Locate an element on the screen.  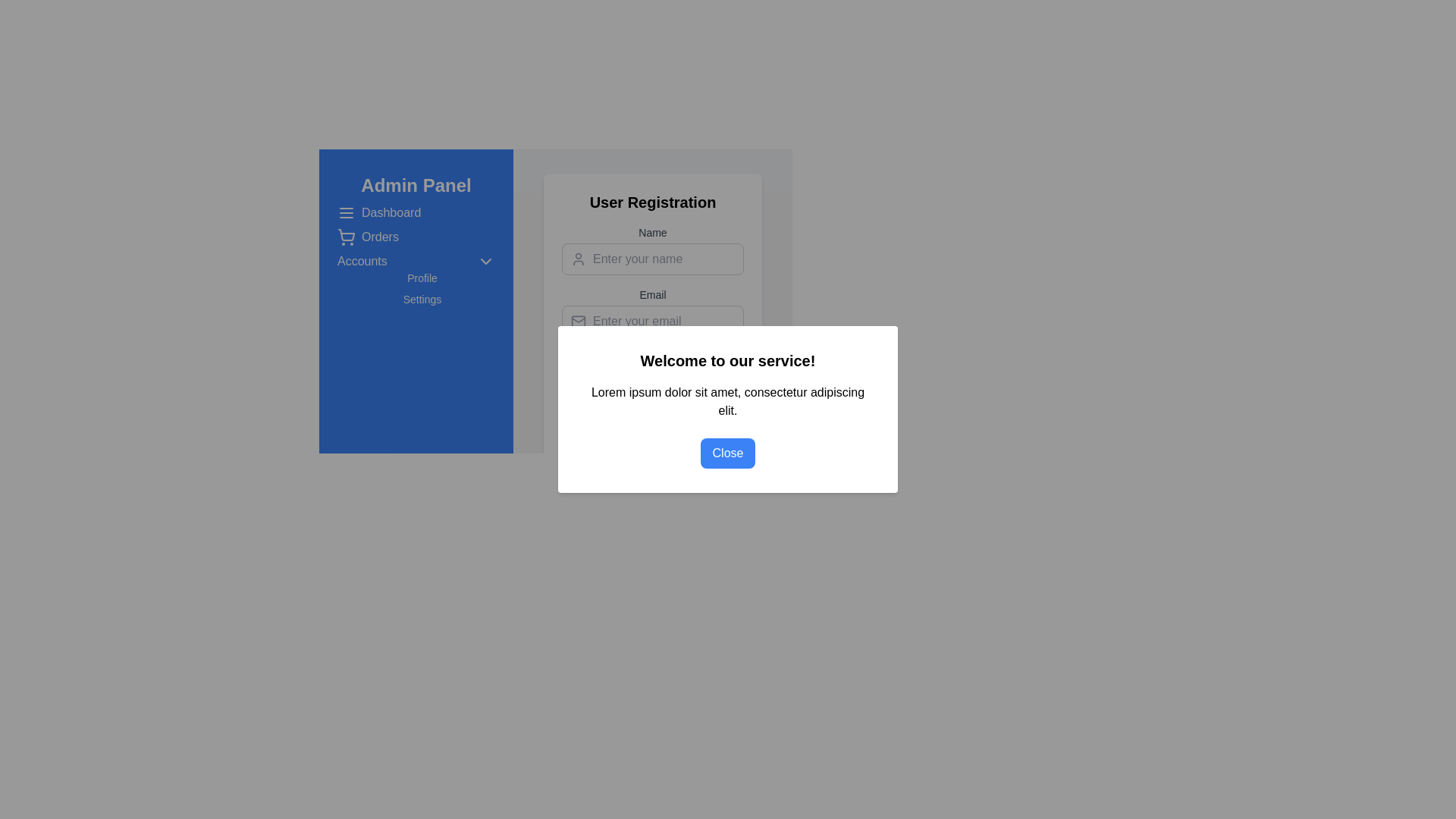
the 'Email' input field in the 'User Registration' form to focus it is located at coordinates (652, 312).